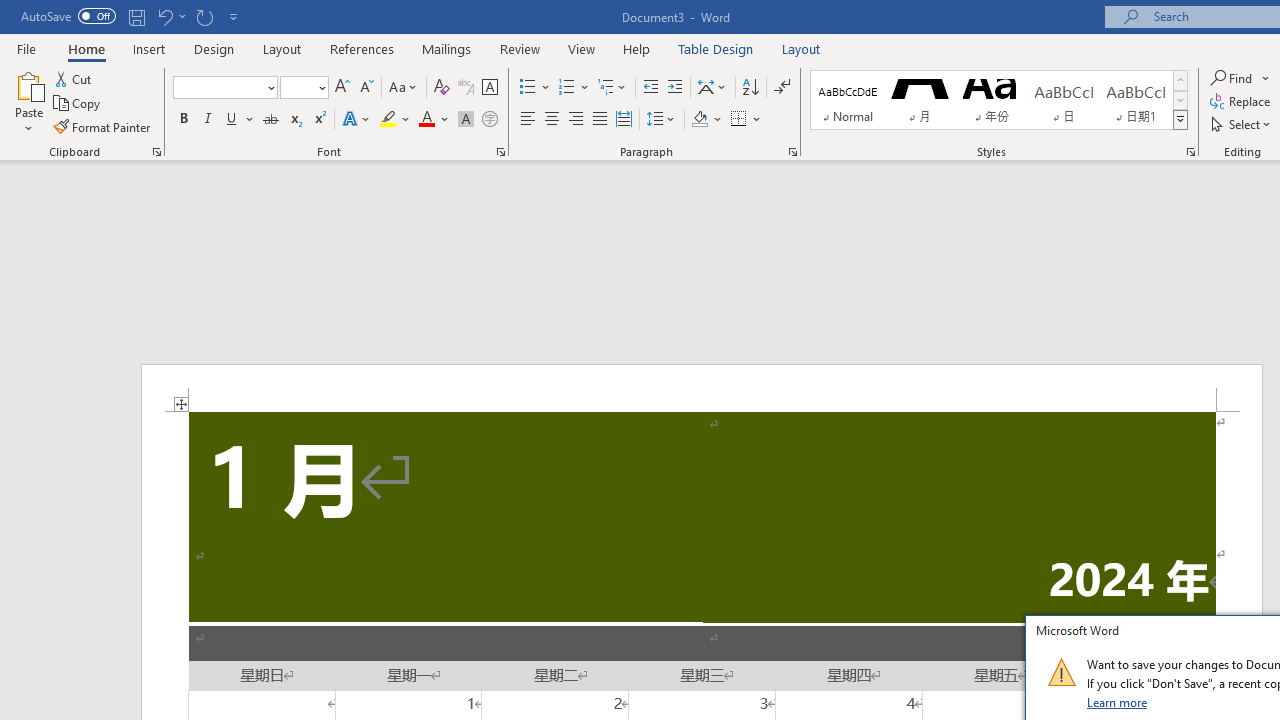 The width and height of the screenshot is (1280, 720). I want to click on 'AutomationID: QuickStylesGallery', so click(999, 100).